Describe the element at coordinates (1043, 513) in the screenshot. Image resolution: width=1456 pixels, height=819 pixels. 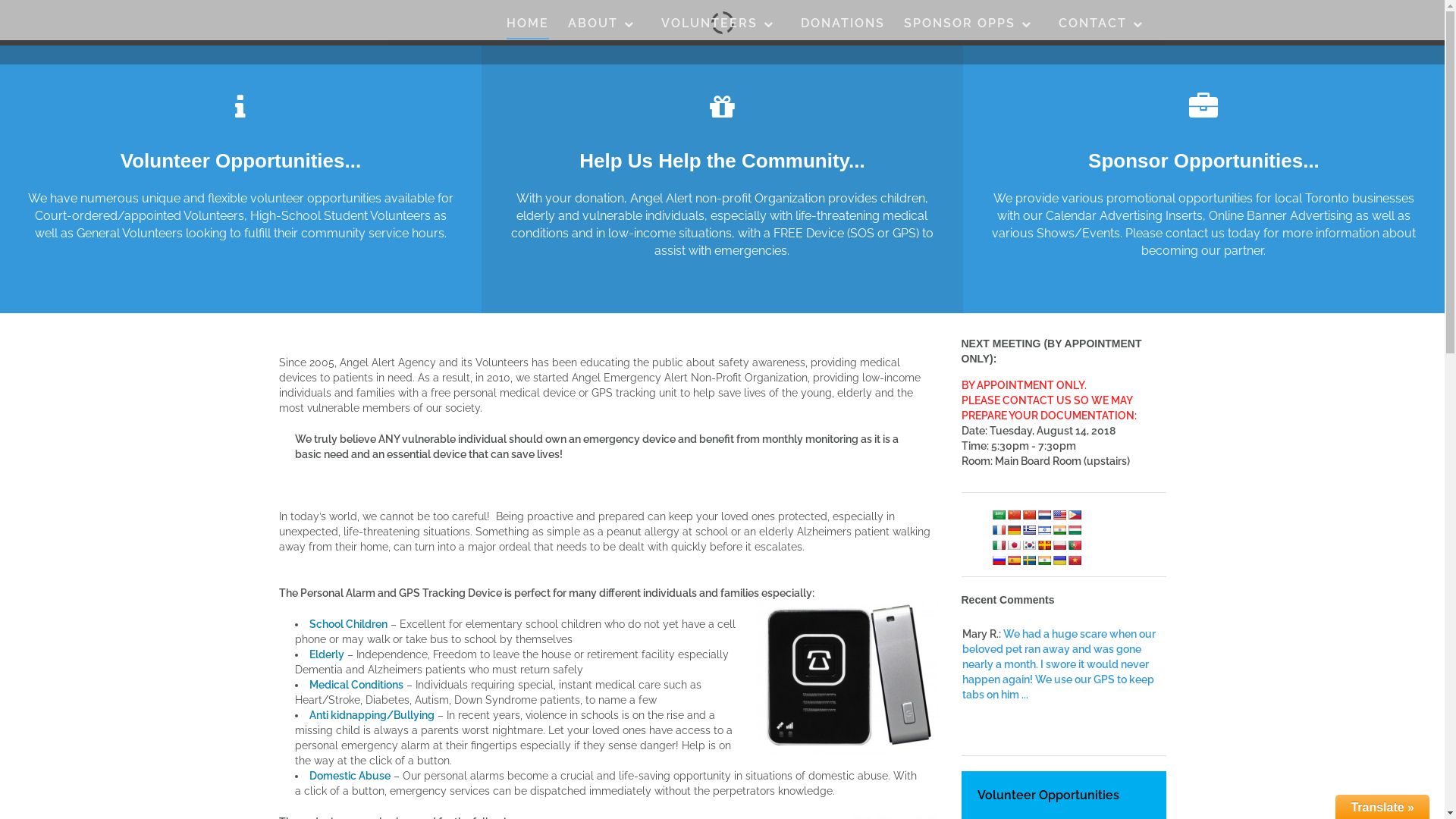
I see `'Dutch'` at that location.